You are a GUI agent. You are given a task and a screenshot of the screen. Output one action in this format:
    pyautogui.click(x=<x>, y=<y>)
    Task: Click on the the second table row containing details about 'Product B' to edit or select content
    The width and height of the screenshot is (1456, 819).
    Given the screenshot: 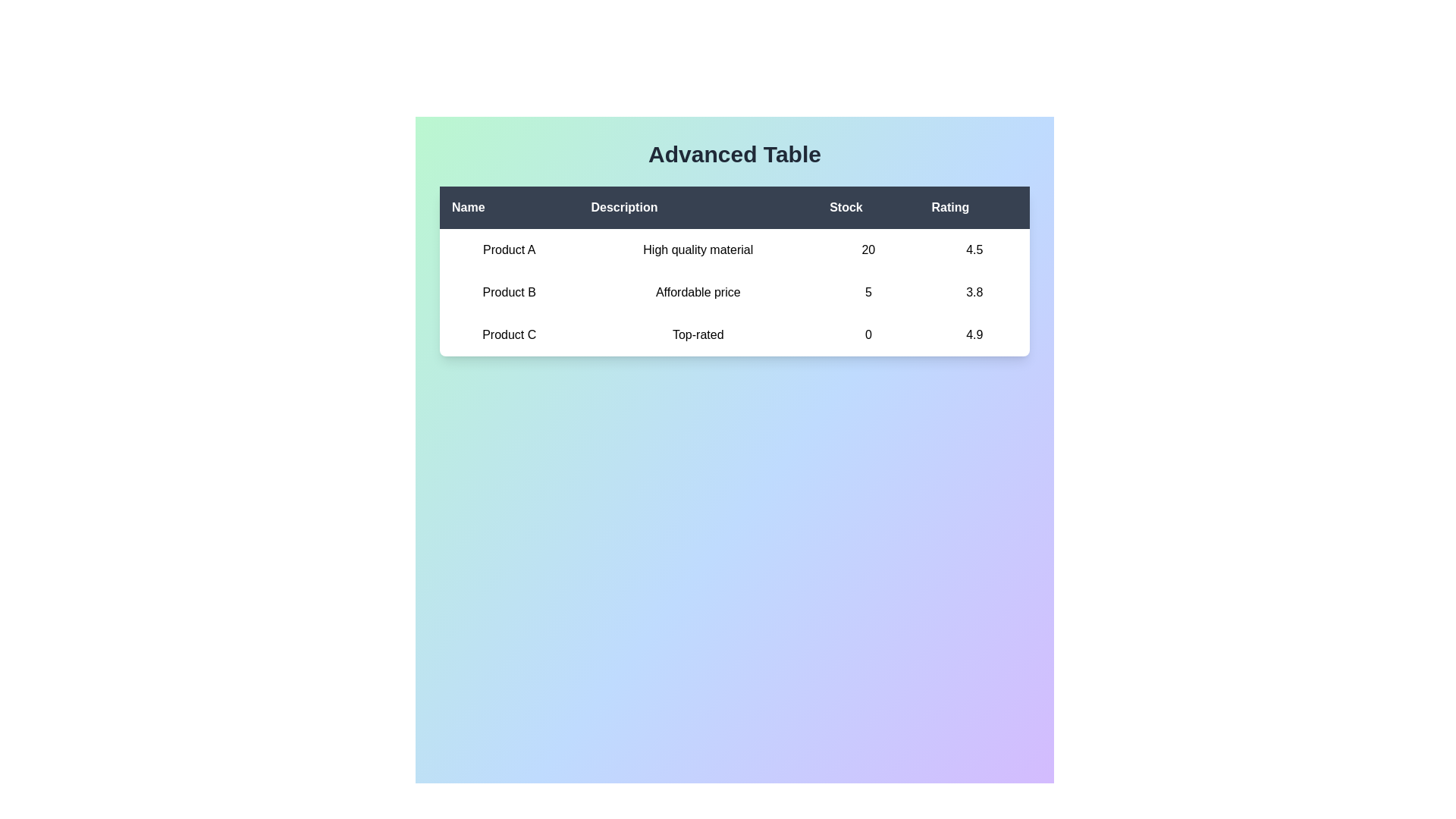 What is the action you would take?
    pyautogui.click(x=735, y=292)
    